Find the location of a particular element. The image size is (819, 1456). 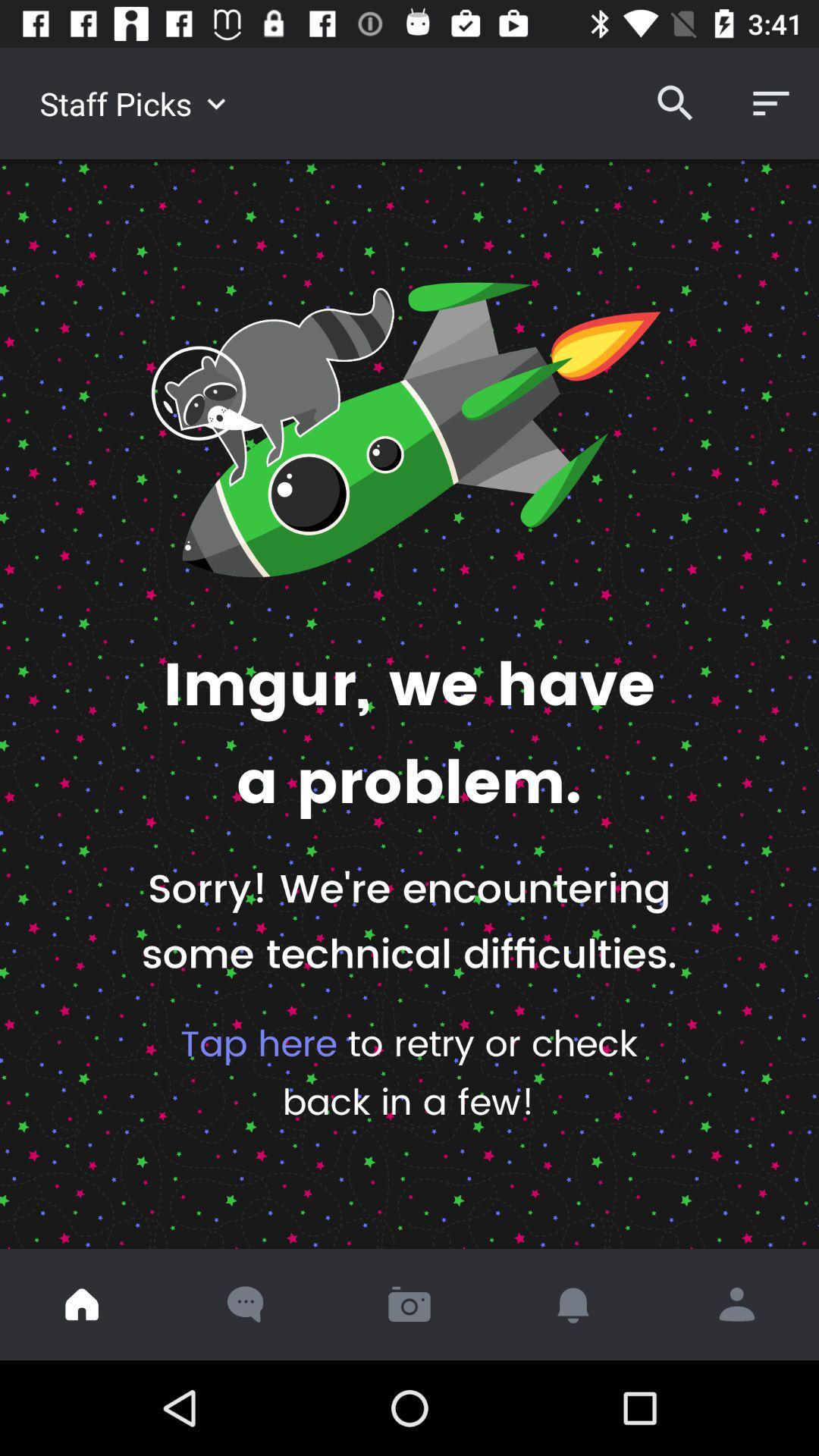

icon to the right of staff picks is located at coordinates (675, 102).